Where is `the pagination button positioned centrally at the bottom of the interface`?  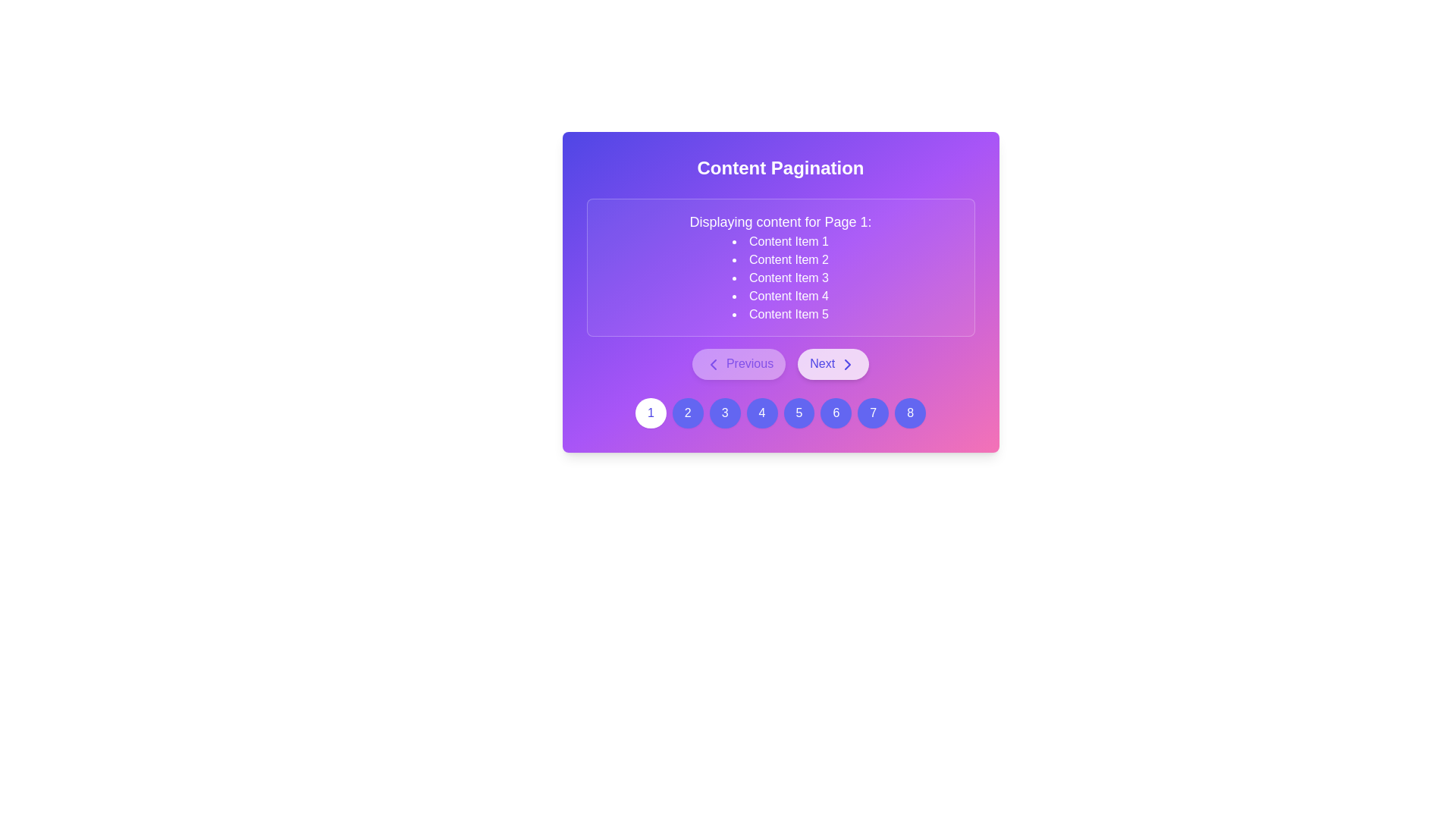
the pagination button positioned centrally at the bottom of the interface is located at coordinates (762, 413).